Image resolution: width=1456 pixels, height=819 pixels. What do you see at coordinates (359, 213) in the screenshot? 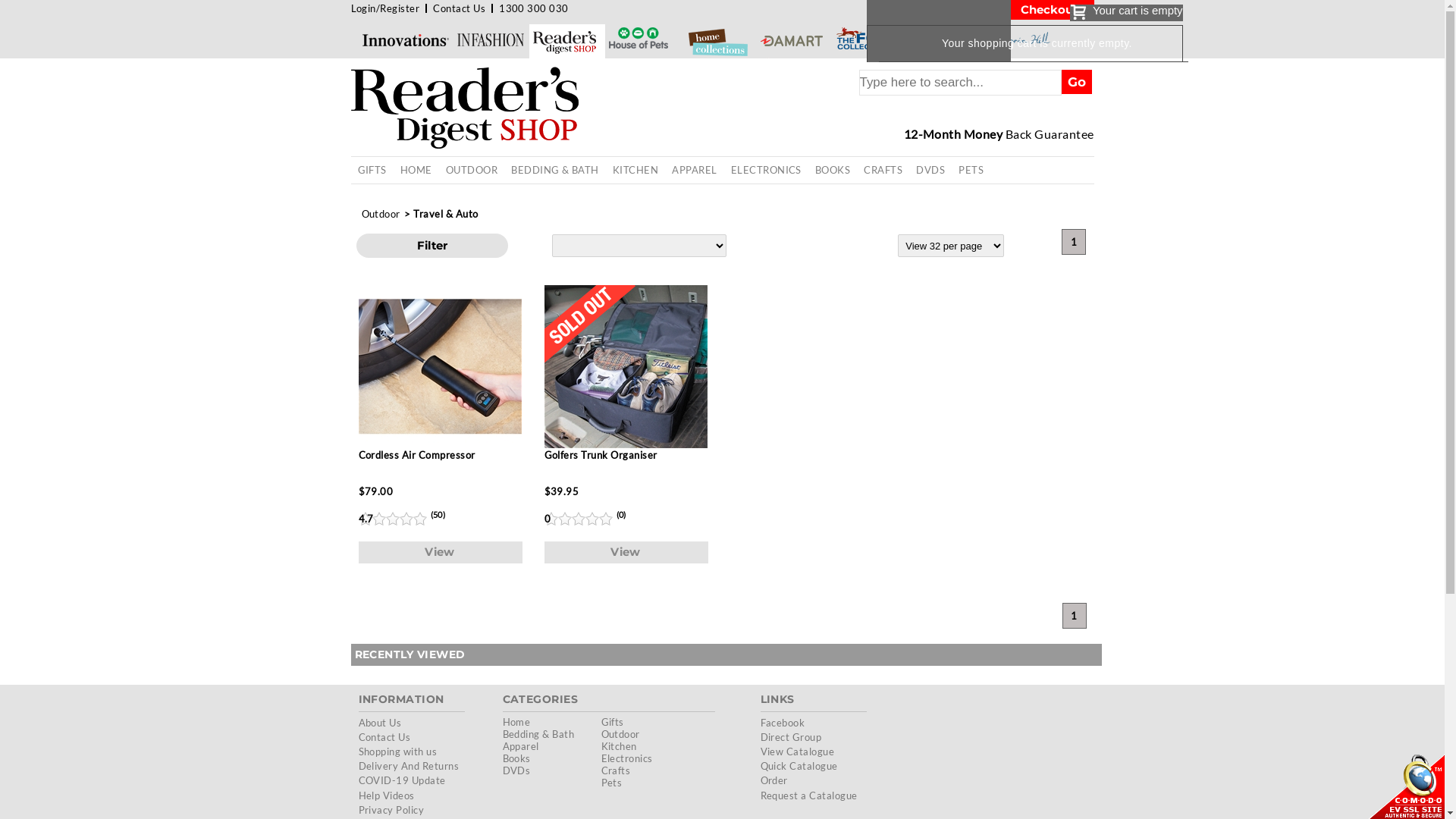
I see `'Outdoor'` at bounding box center [359, 213].